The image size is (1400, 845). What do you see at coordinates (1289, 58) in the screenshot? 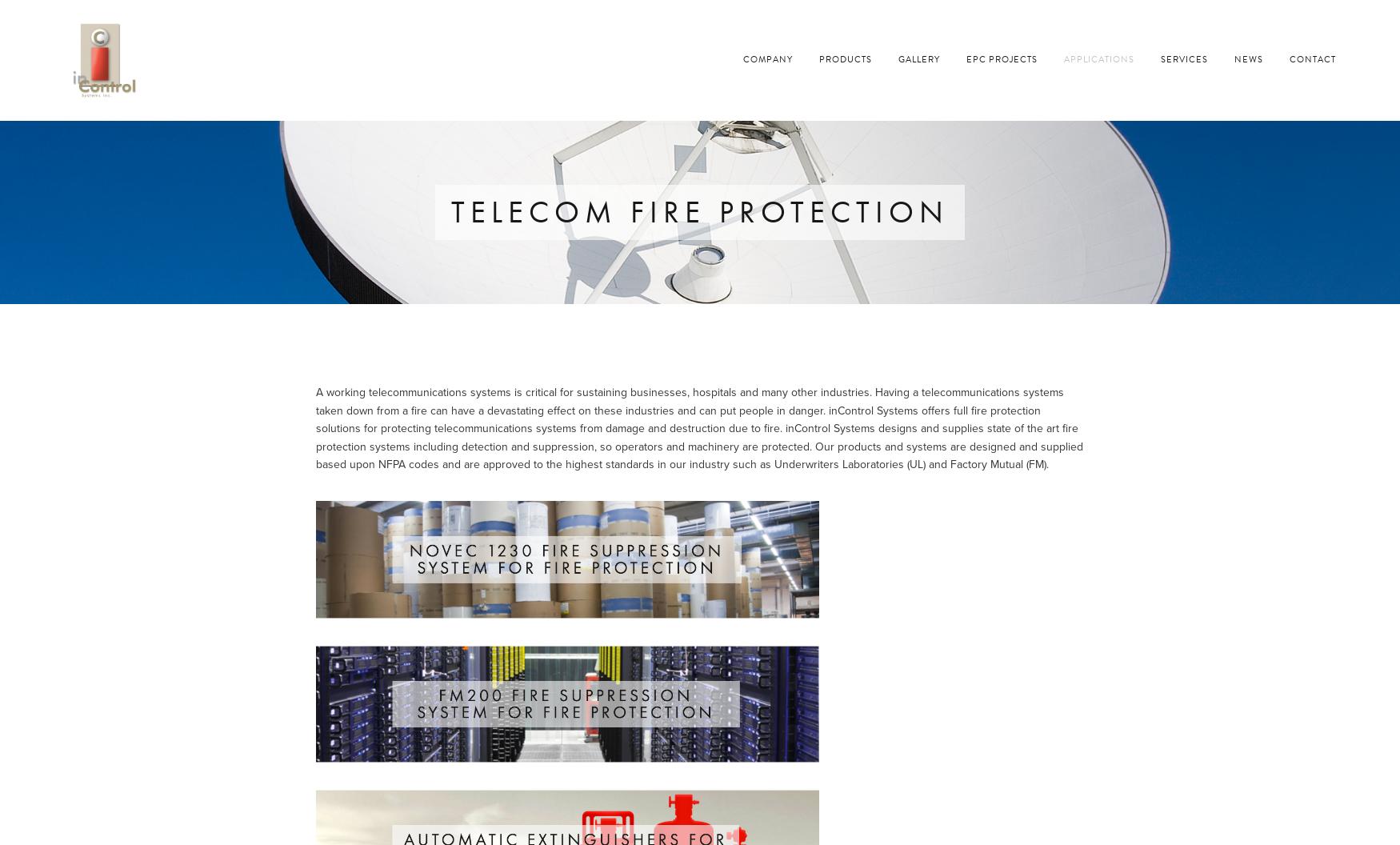
I see `'Contact'` at bounding box center [1289, 58].